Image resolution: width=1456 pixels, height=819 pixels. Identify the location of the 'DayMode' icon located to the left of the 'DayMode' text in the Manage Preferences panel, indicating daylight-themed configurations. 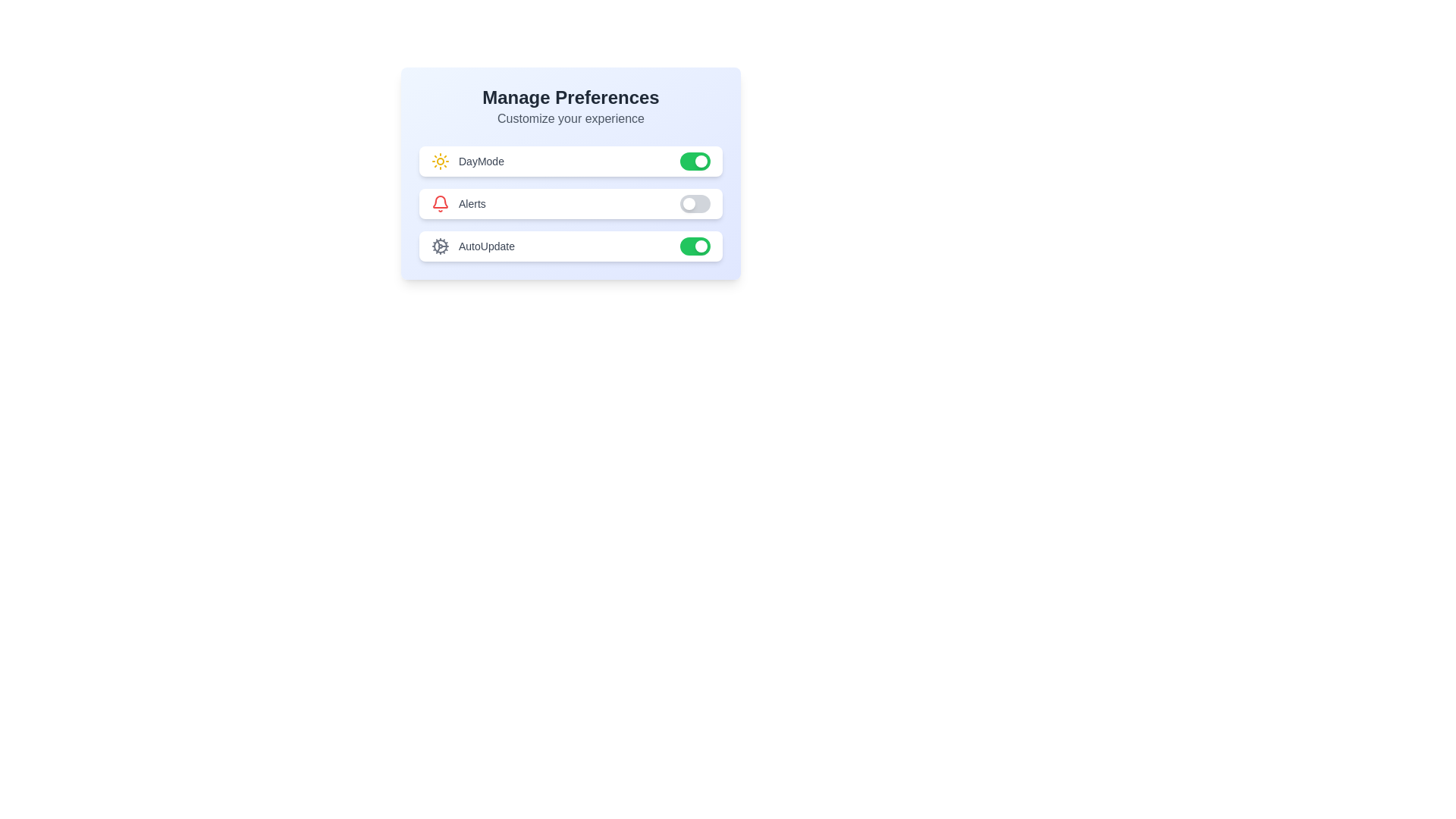
(439, 161).